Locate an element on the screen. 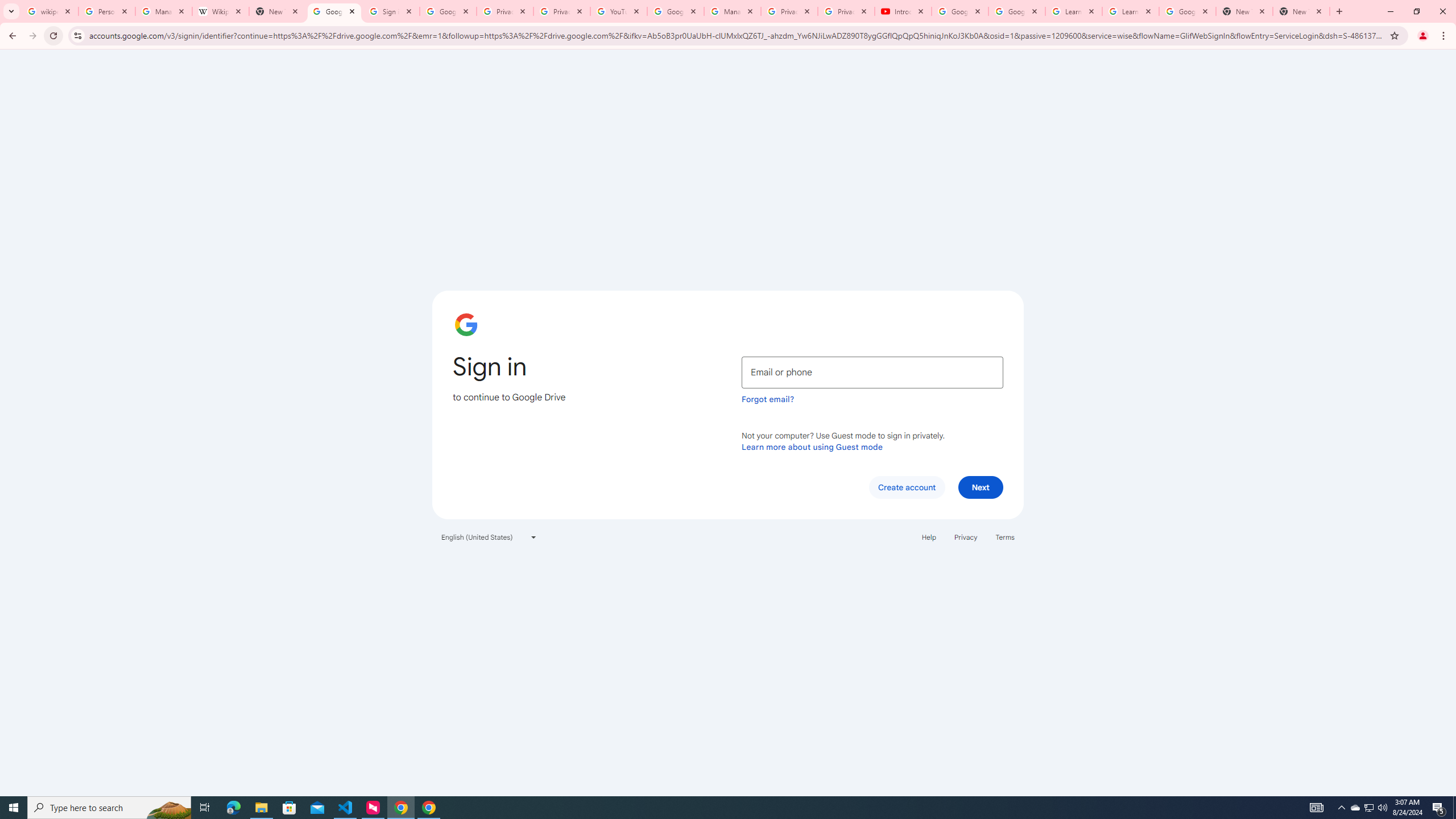 This screenshot has width=1456, height=819. 'Terms' is located at coordinates (1004, 536).